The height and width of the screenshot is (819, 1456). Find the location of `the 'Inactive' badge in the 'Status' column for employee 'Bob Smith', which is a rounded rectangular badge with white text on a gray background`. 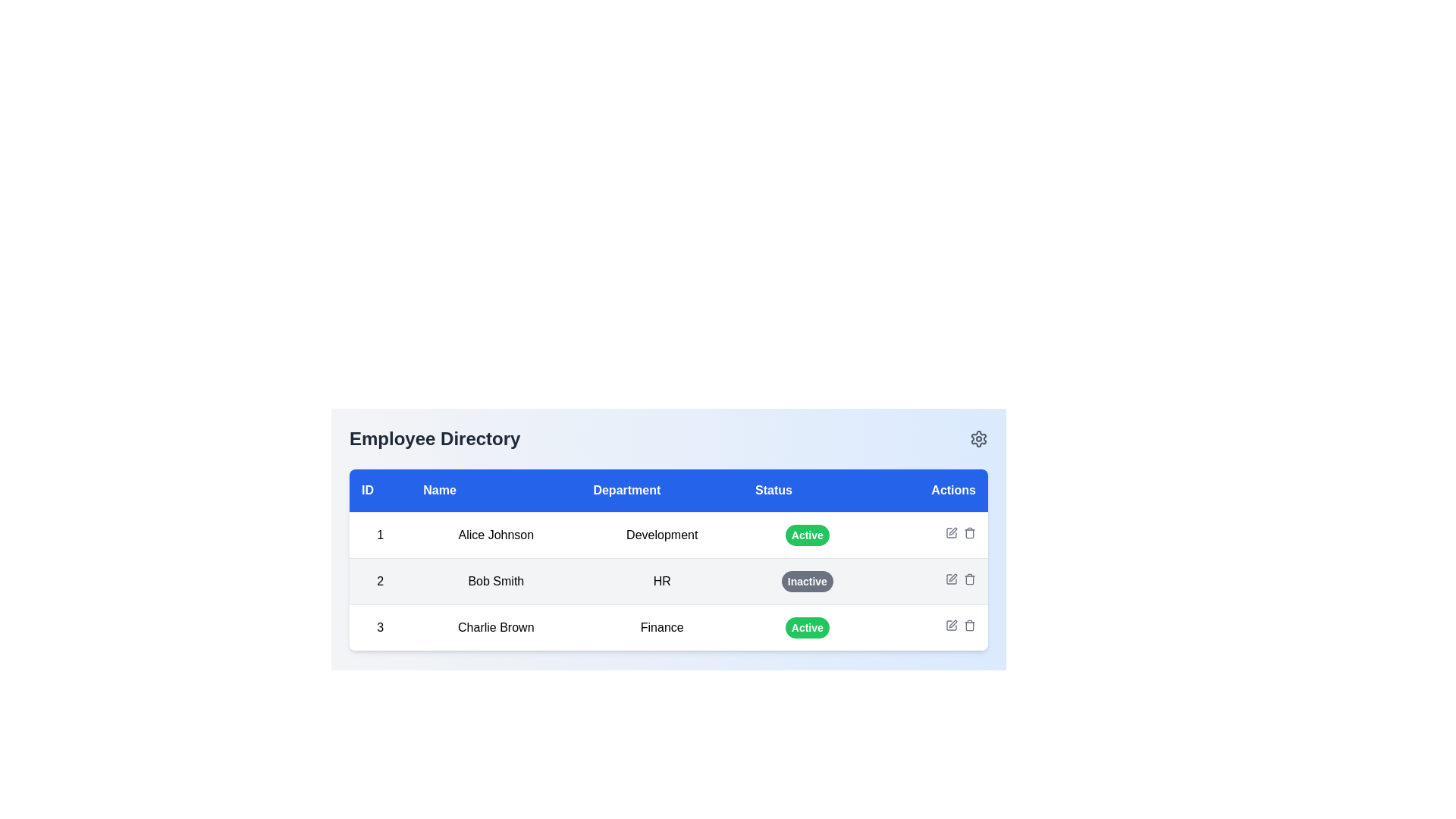

the 'Inactive' badge in the 'Status' column for employee 'Bob Smith', which is a rounded rectangular badge with white text on a gray background is located at coordinates (806, 581).